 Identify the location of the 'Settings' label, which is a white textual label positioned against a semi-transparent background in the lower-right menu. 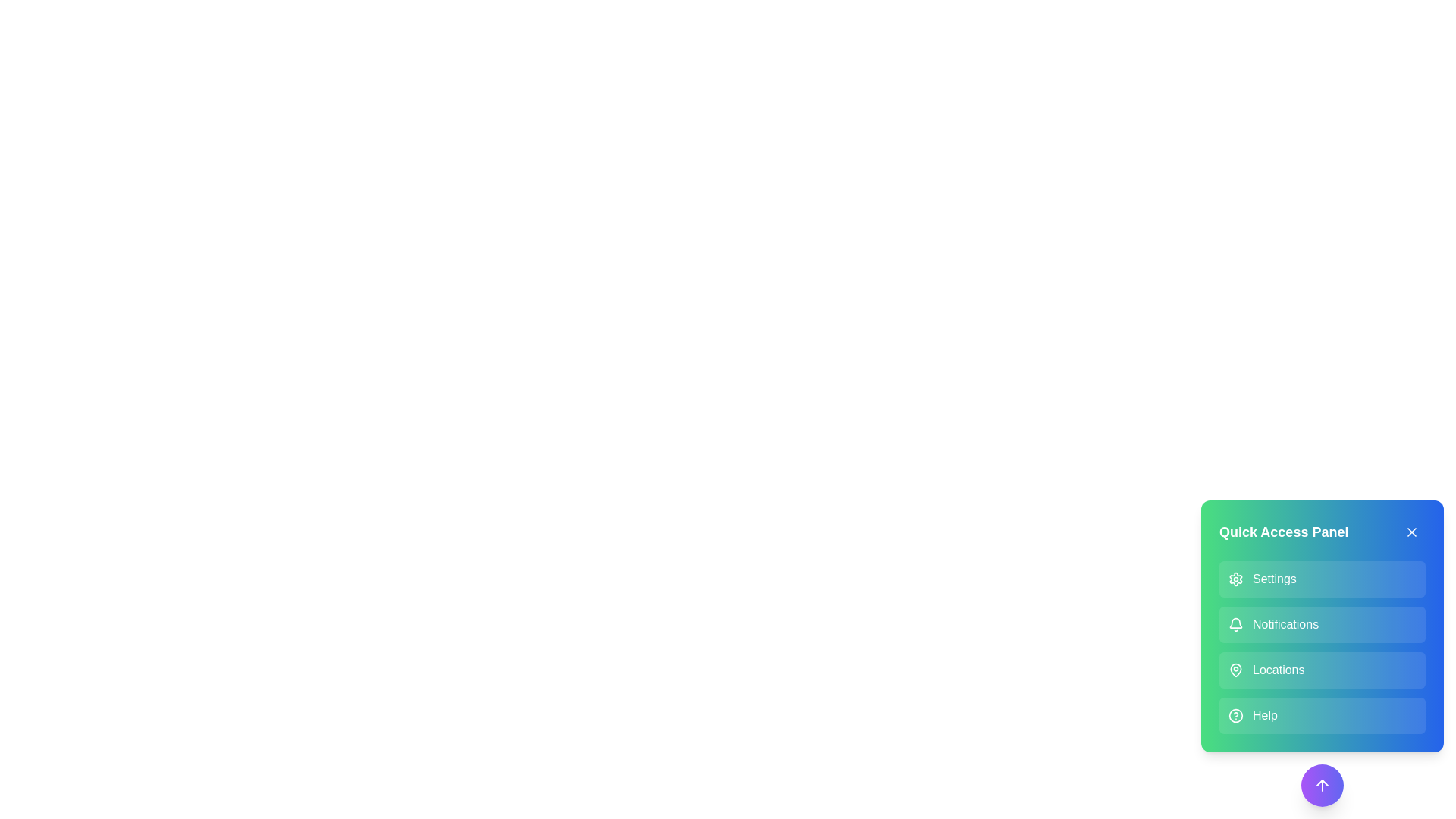
(1274, 579).